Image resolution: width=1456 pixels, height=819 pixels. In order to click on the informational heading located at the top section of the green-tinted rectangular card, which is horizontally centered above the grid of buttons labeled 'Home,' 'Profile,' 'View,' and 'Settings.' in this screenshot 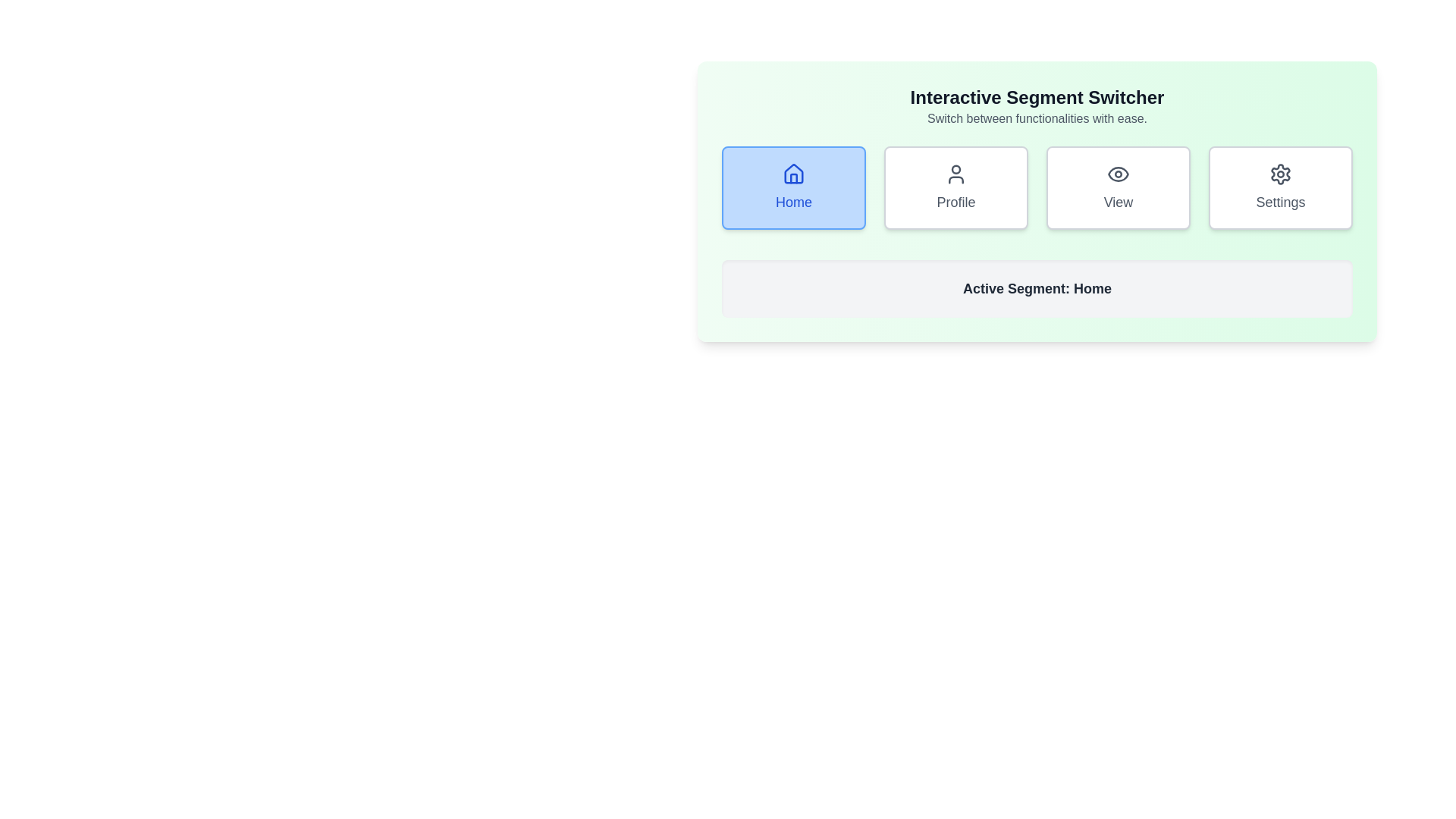, I will do `click(1037, 106)`.